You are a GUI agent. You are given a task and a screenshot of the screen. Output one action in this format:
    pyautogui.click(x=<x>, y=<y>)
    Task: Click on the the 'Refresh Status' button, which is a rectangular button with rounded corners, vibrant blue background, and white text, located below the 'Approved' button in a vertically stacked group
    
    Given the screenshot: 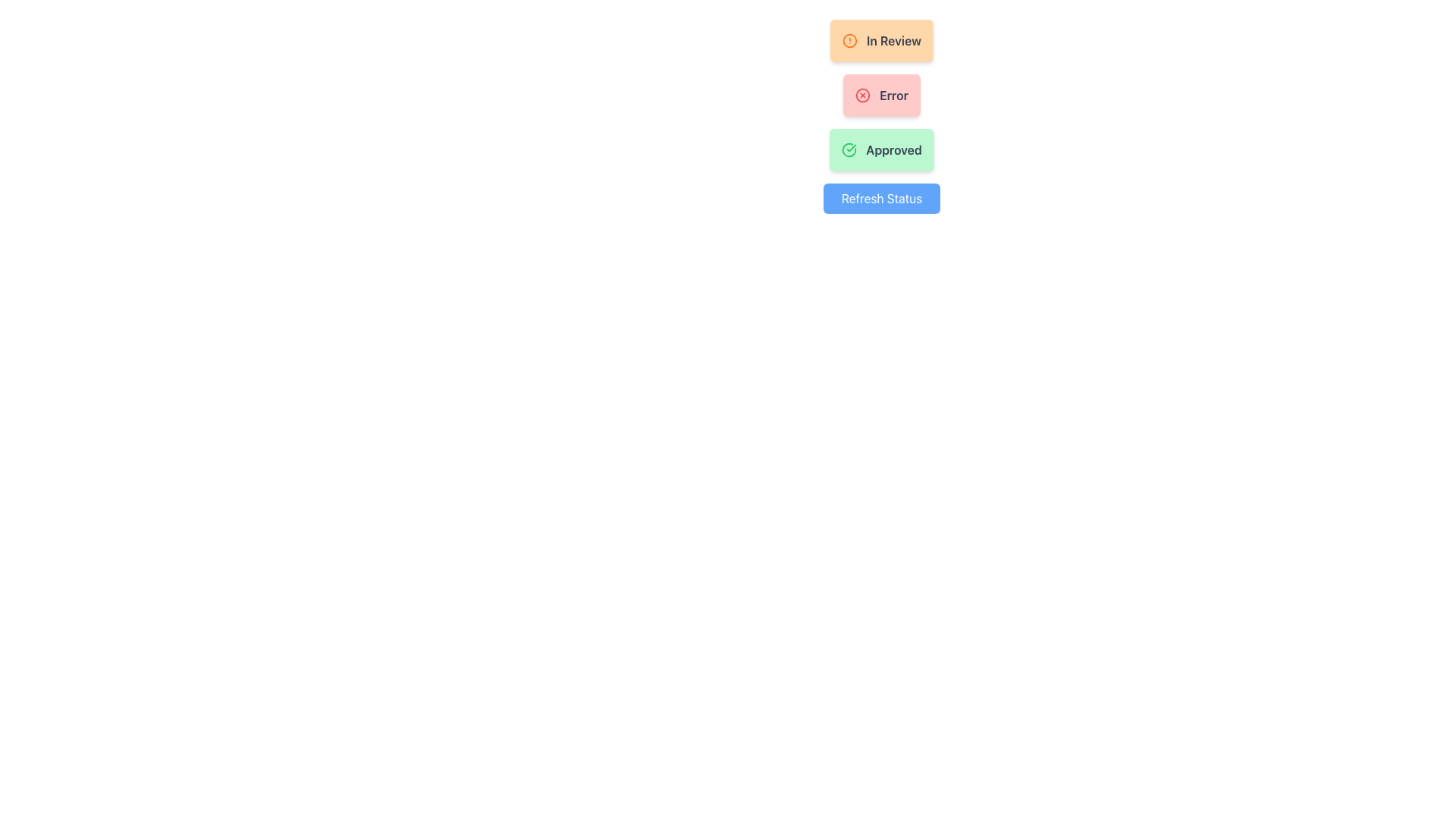 What is the action you would take?
    pyautogui.click(x=880, y=198)
    